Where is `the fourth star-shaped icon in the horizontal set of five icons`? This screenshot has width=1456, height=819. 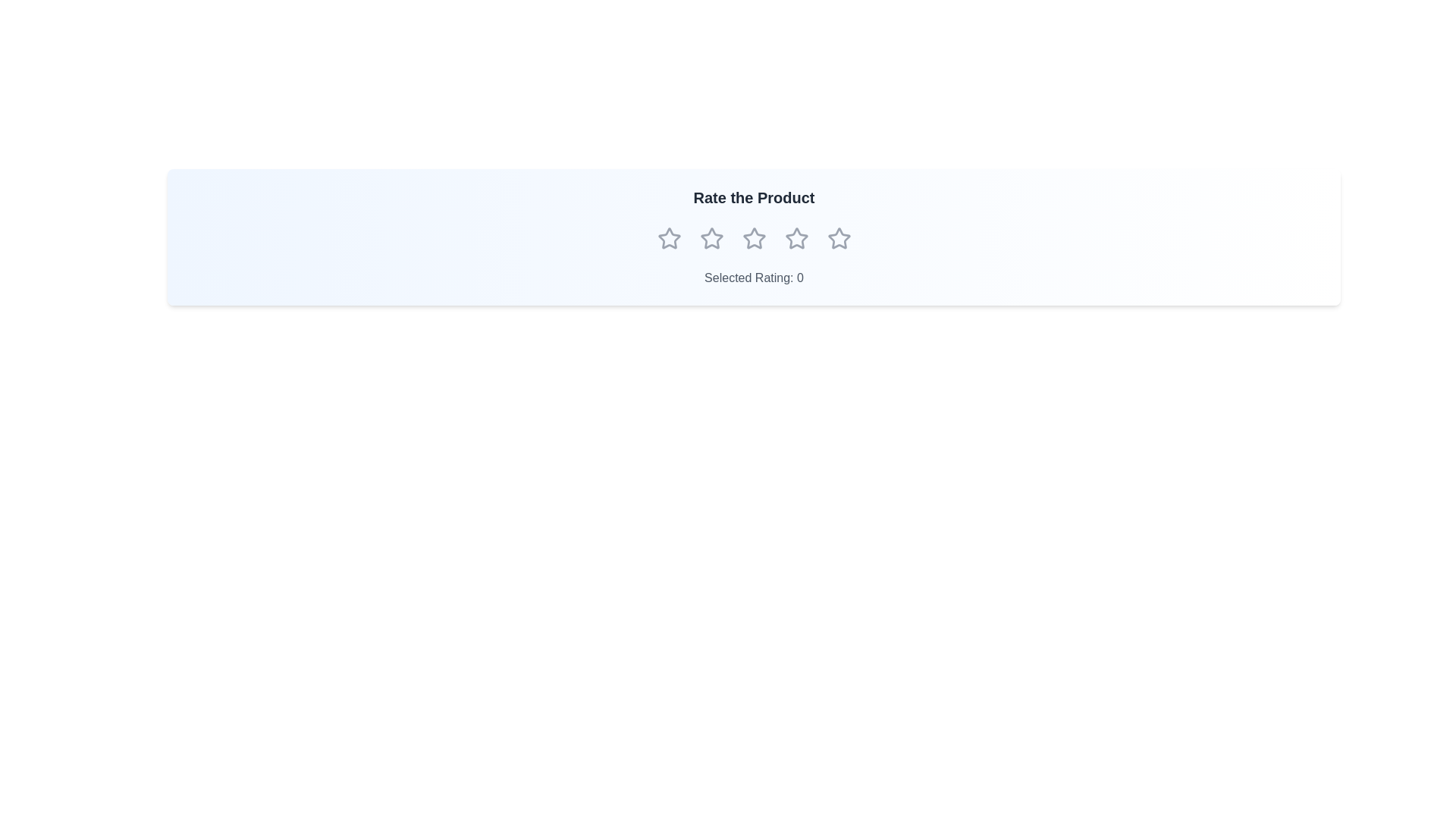
the fourth star-shaped icon in the horizontal set of five icons is located at coordinates (795, 239).